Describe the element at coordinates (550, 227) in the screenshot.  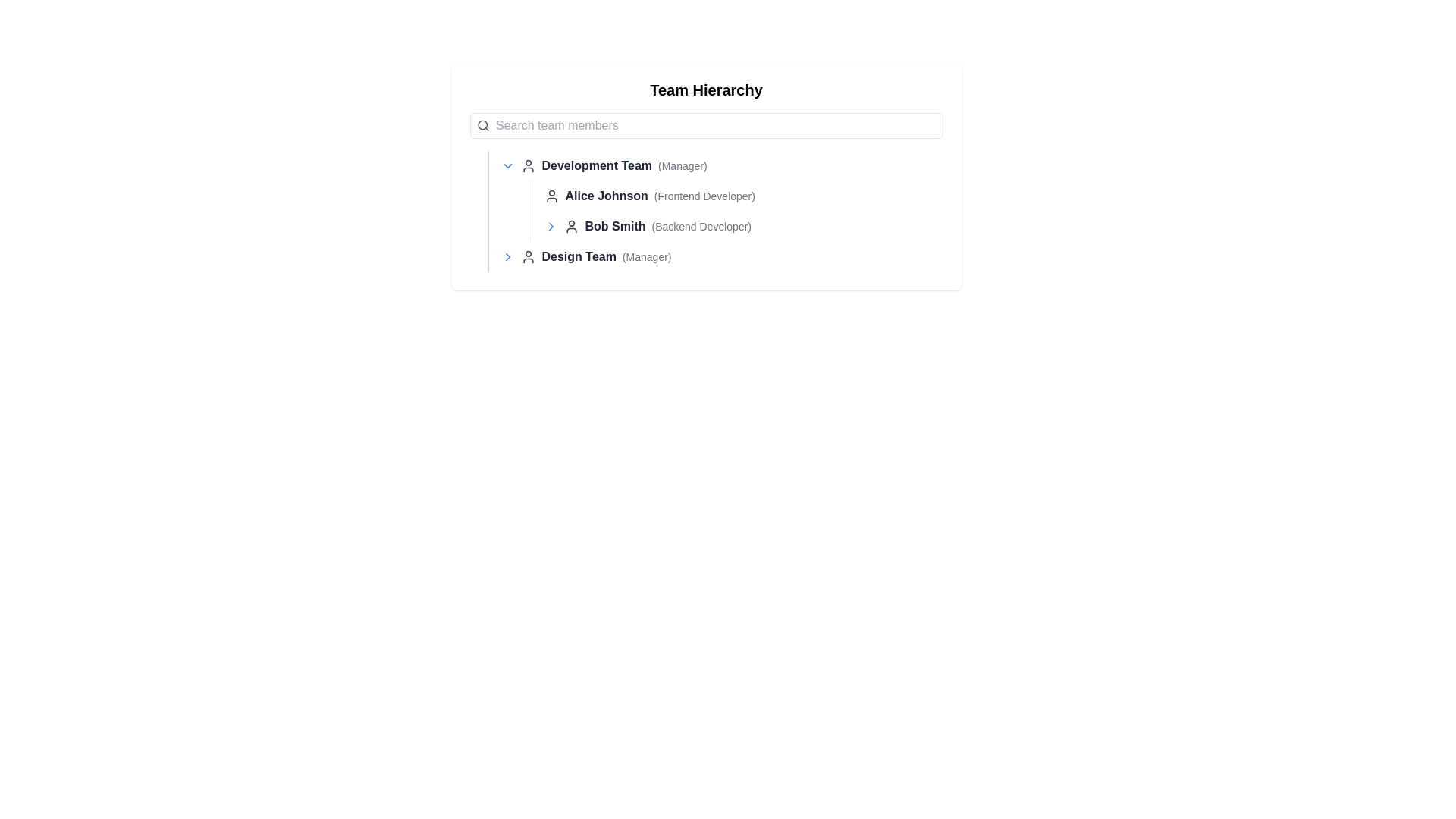
I see `the icon located to the left of 'Bob Smith (Backend Developer)'` at that location.